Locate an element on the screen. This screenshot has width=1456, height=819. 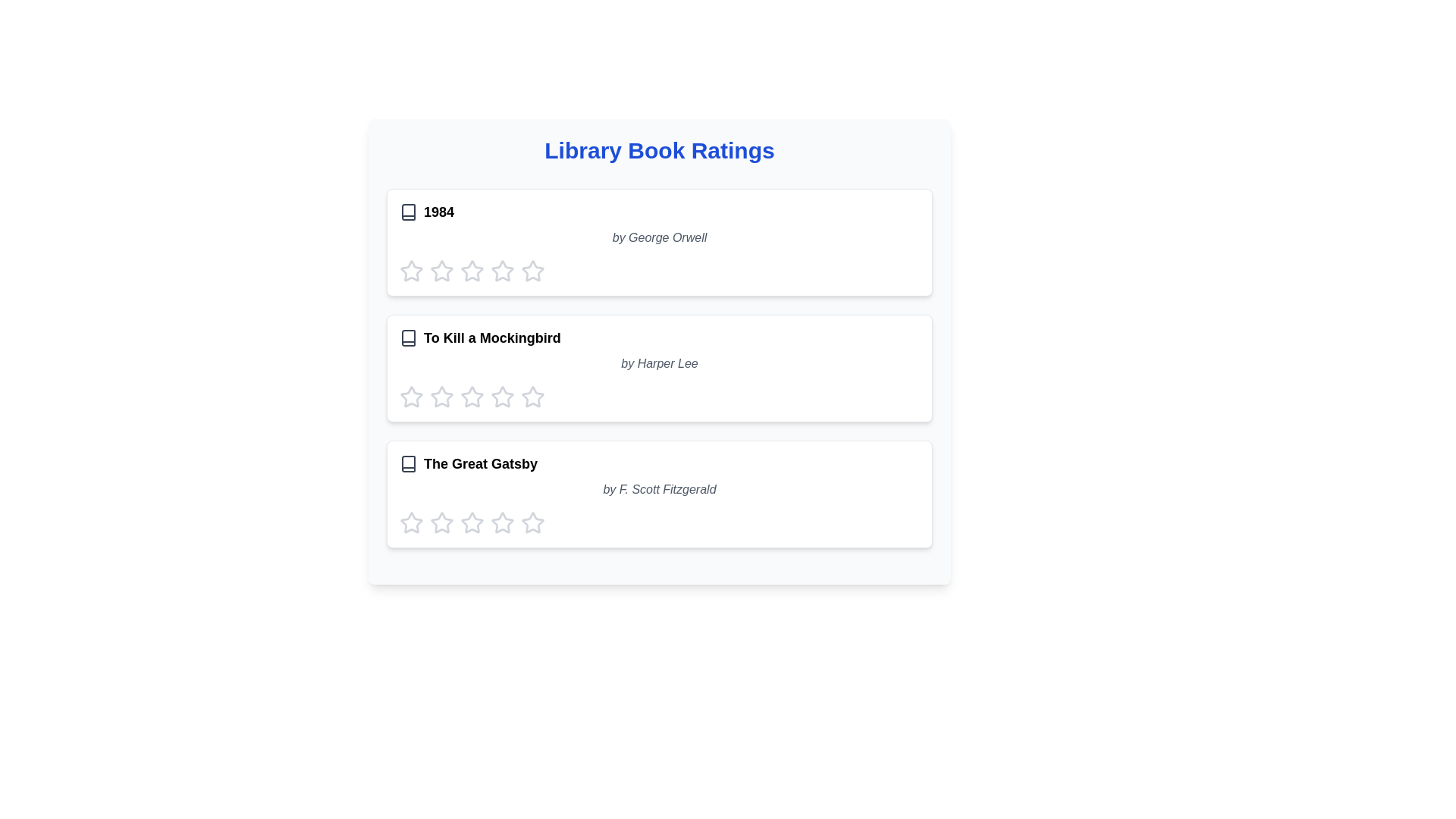
the third star icon in the rating component associated with the book '1984' by George Orwell is located at coordinates (502, 270).